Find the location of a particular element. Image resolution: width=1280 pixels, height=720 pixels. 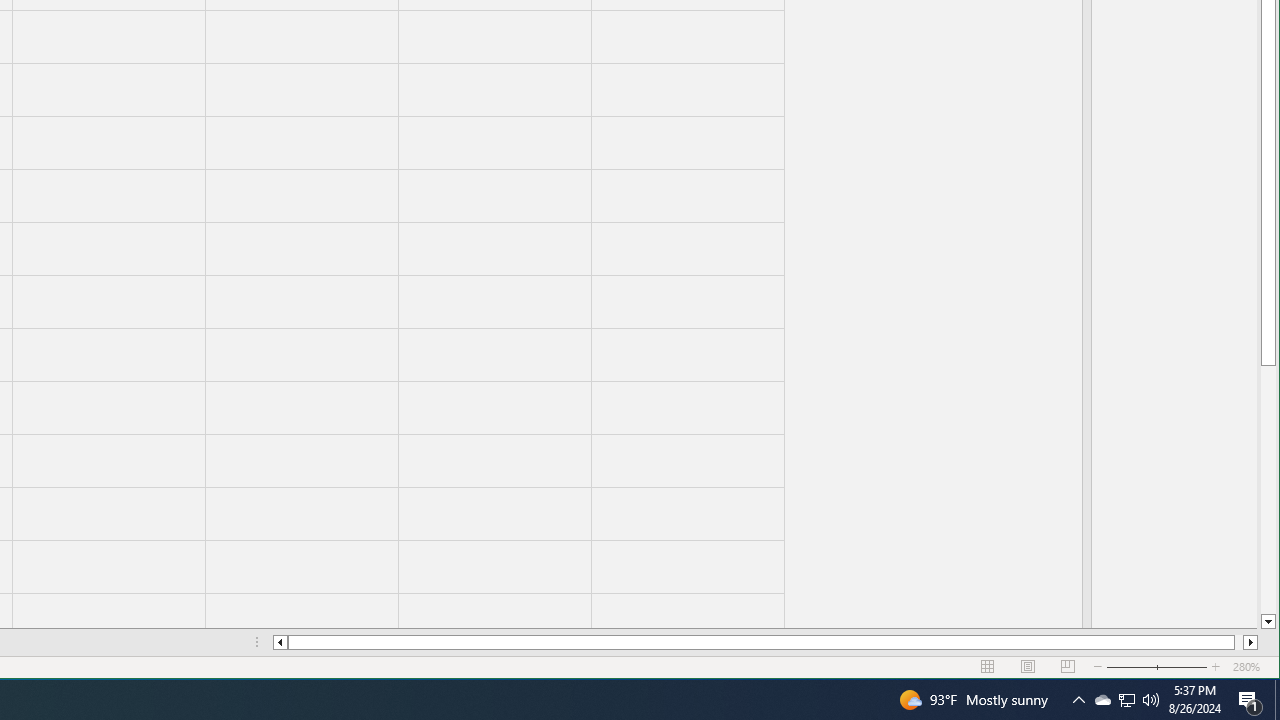

'Action Center, 1 new notification' is located at coordinates (1250, 698).